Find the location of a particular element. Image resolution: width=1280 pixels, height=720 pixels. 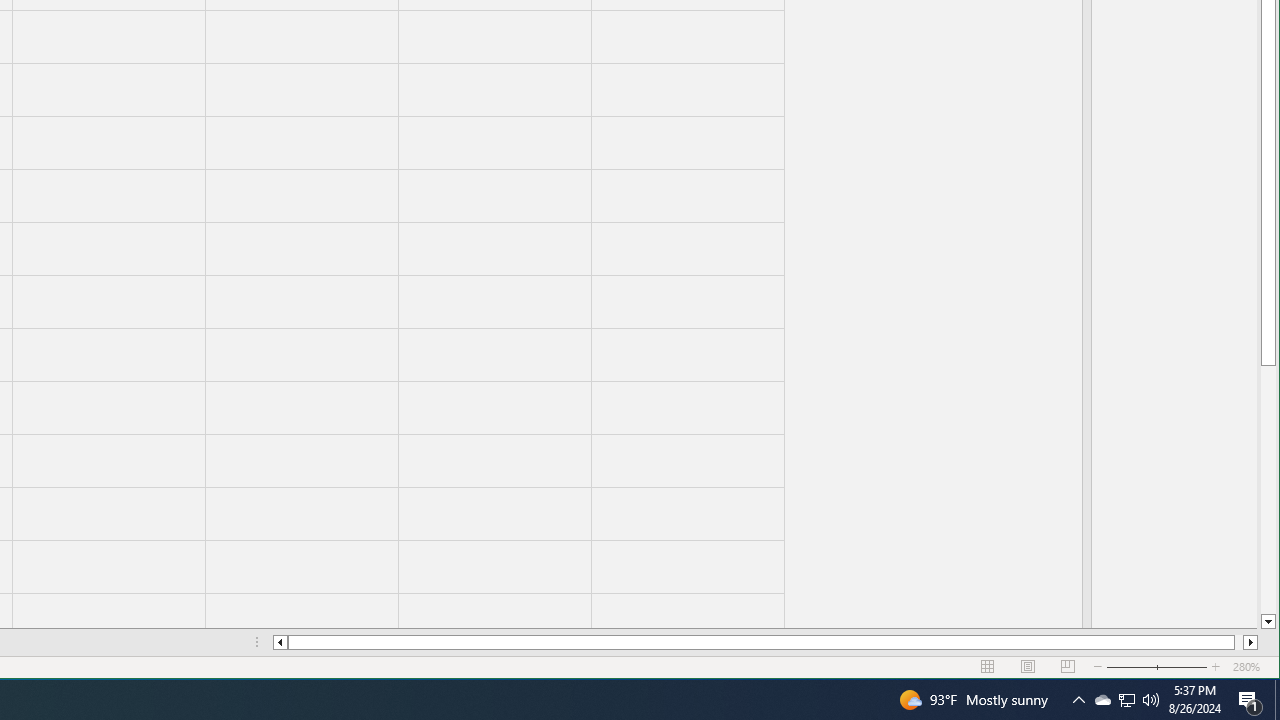

'Action Center, 1 new notification' is located at coordinates (1250, 698).